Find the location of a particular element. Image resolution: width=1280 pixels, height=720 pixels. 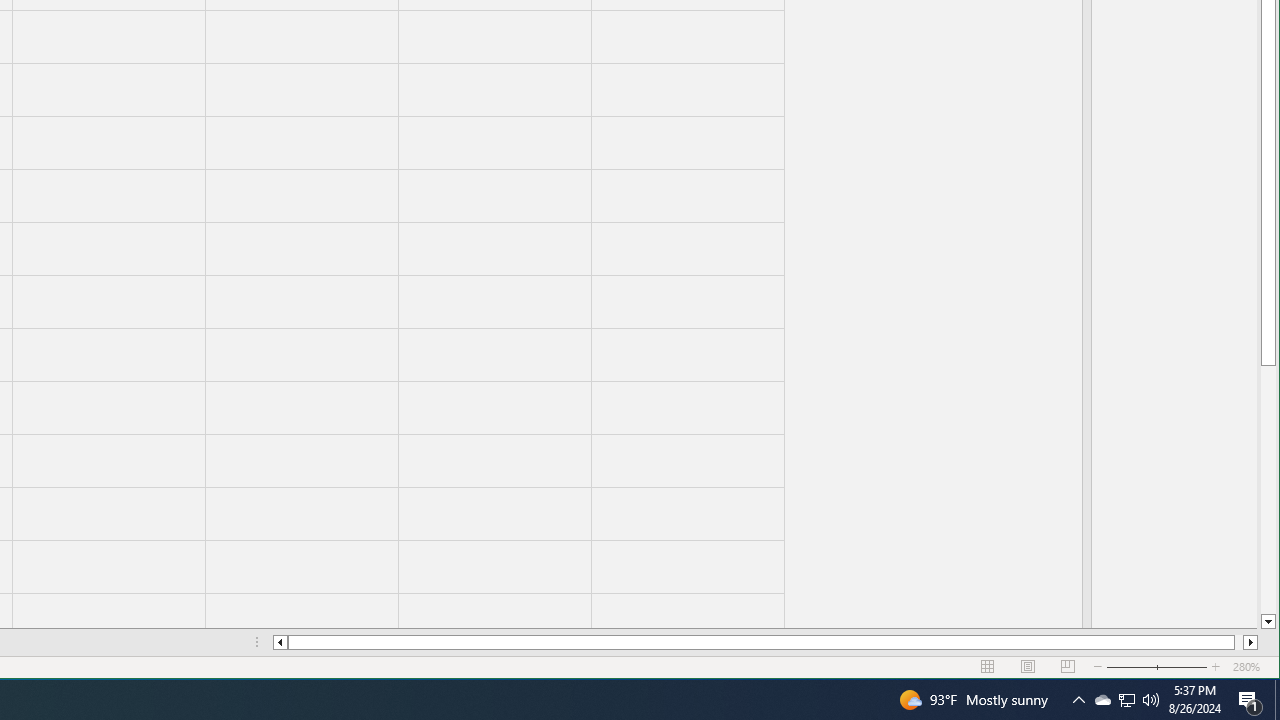

'Action Center, 1 new notification' is located at coordinates (1250, 698).